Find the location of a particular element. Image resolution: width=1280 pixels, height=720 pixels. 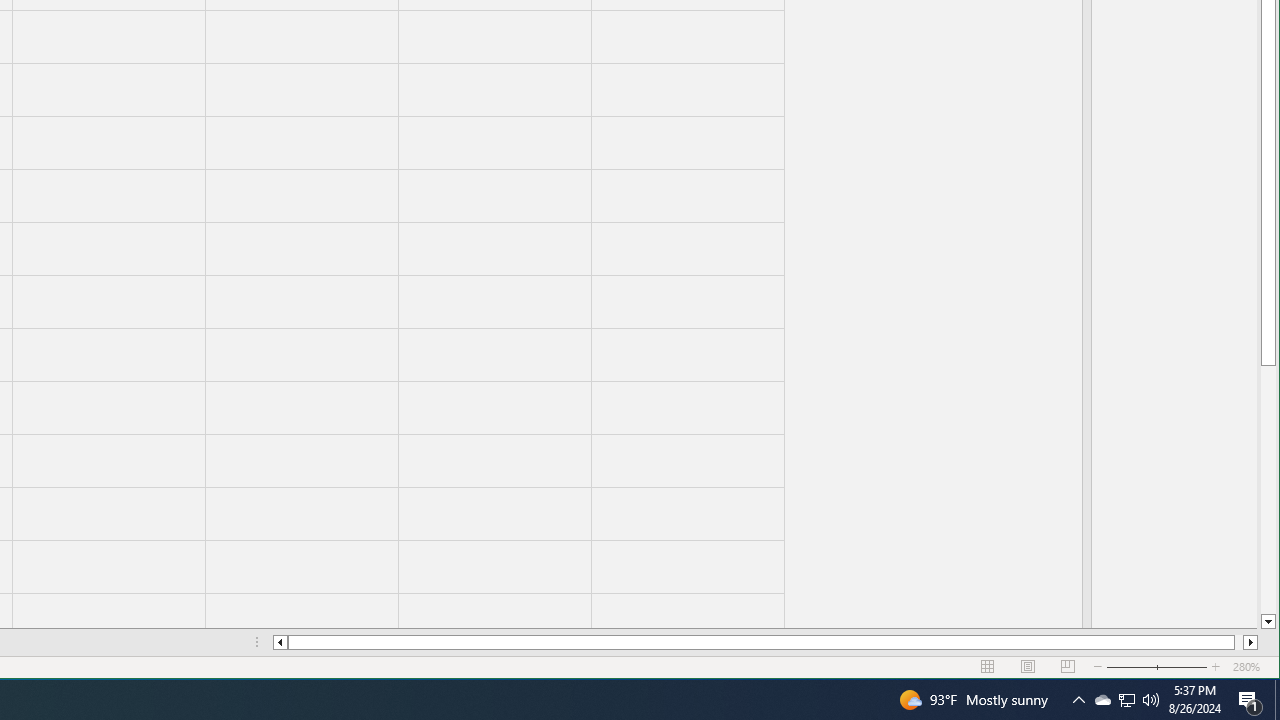

'Action Center, 1 new notification' is located at coordinates (1250, 698).